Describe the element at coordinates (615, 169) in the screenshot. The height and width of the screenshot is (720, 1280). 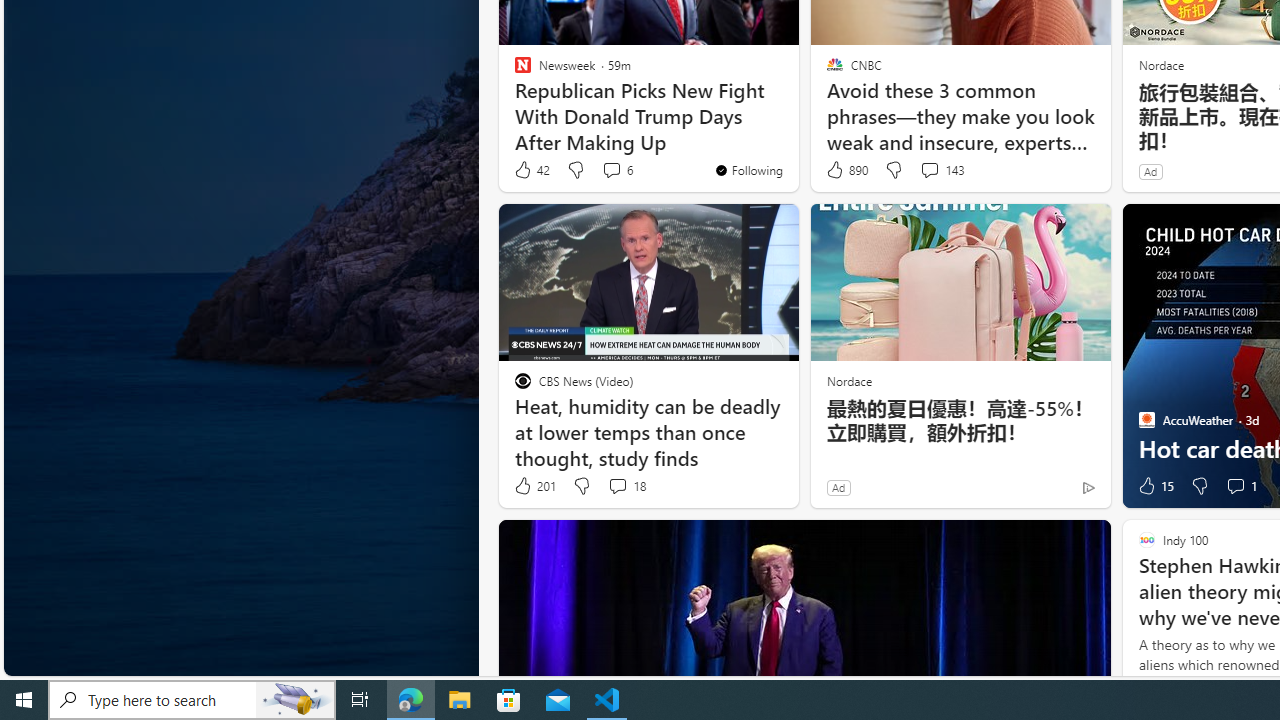
I see `'View comments 6 Comment'` at that location.